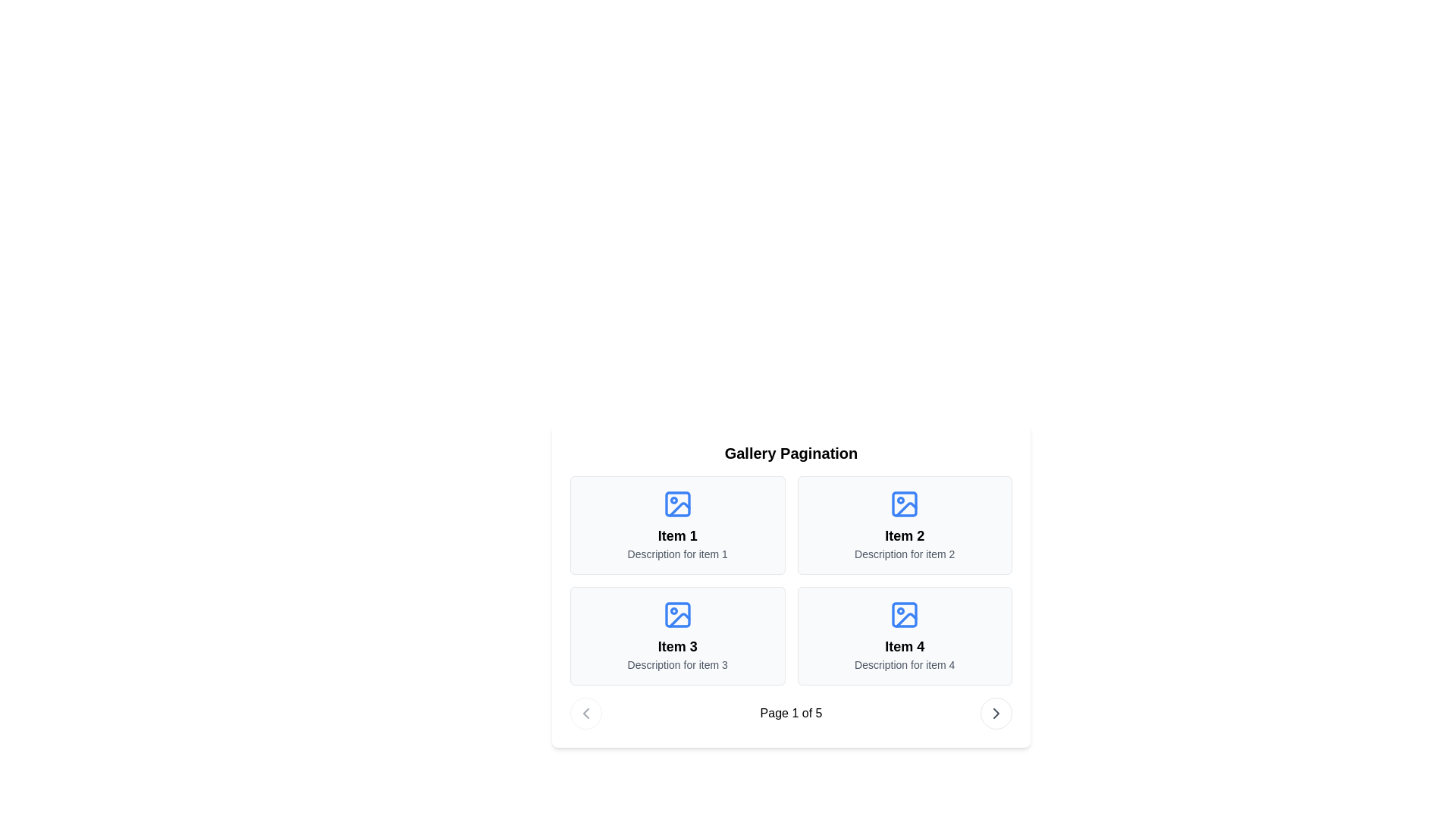 The image size is (1456, 819). Describe the element at coordinates (679, 509) in the screenshot. I see `the decorative visual detail within the first image icon labeled 'Item 1' in the gallery grid, located at the top left of the grid layout` at that location.